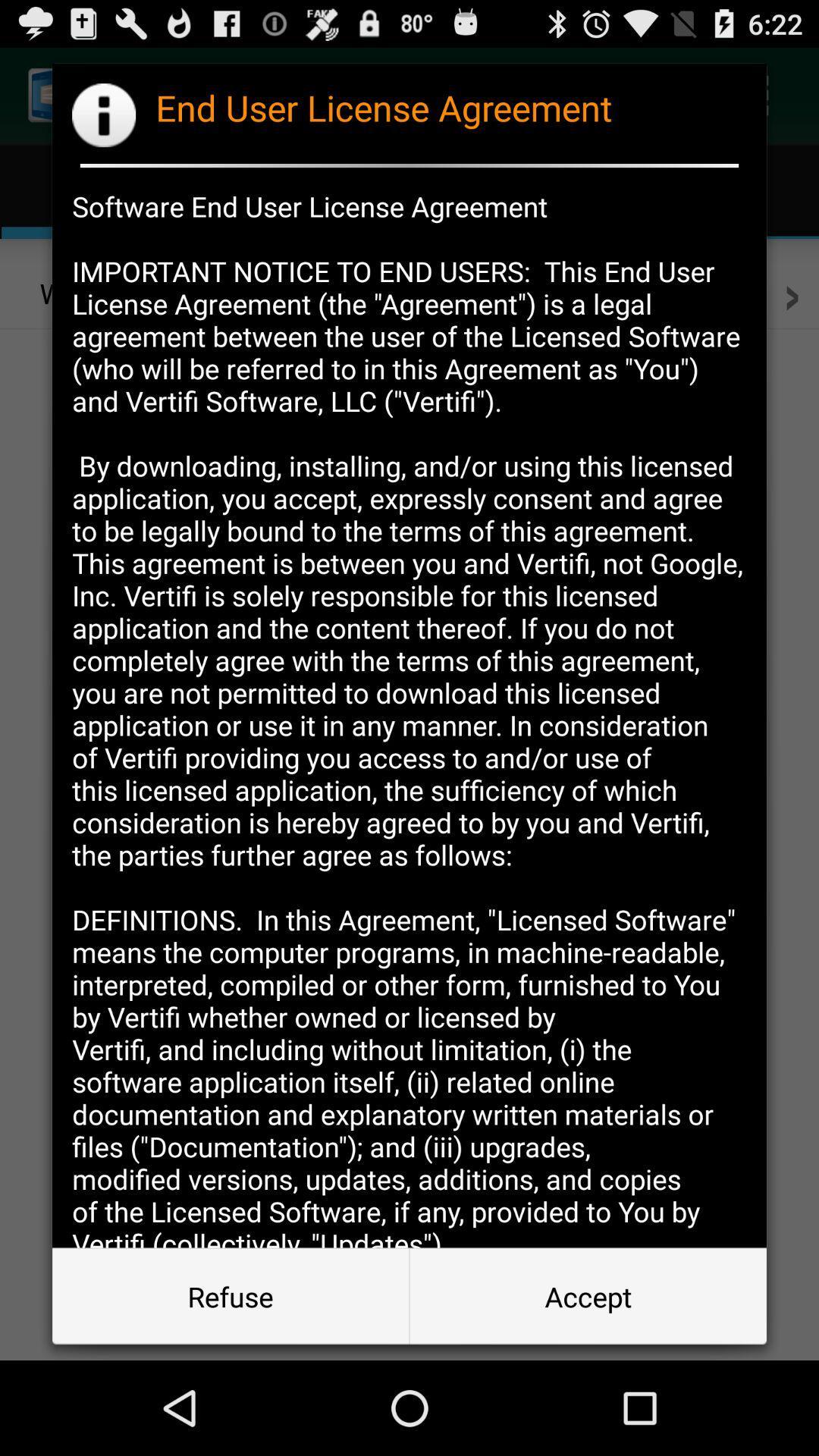 This screenshot has width=819, height=1456. I want to click on the refuse item, so click(231, 1295).